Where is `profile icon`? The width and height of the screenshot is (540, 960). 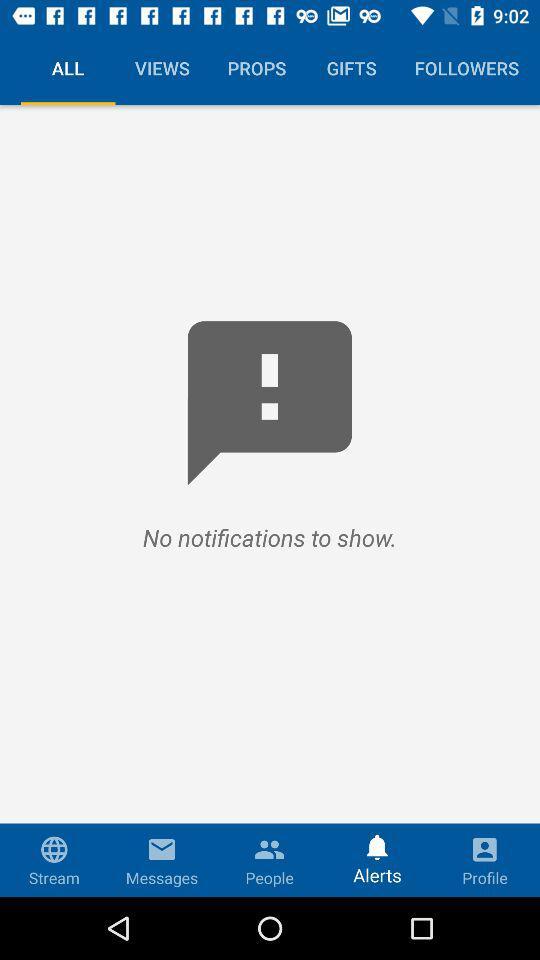
profile icon is located at coordinates (483, 859).